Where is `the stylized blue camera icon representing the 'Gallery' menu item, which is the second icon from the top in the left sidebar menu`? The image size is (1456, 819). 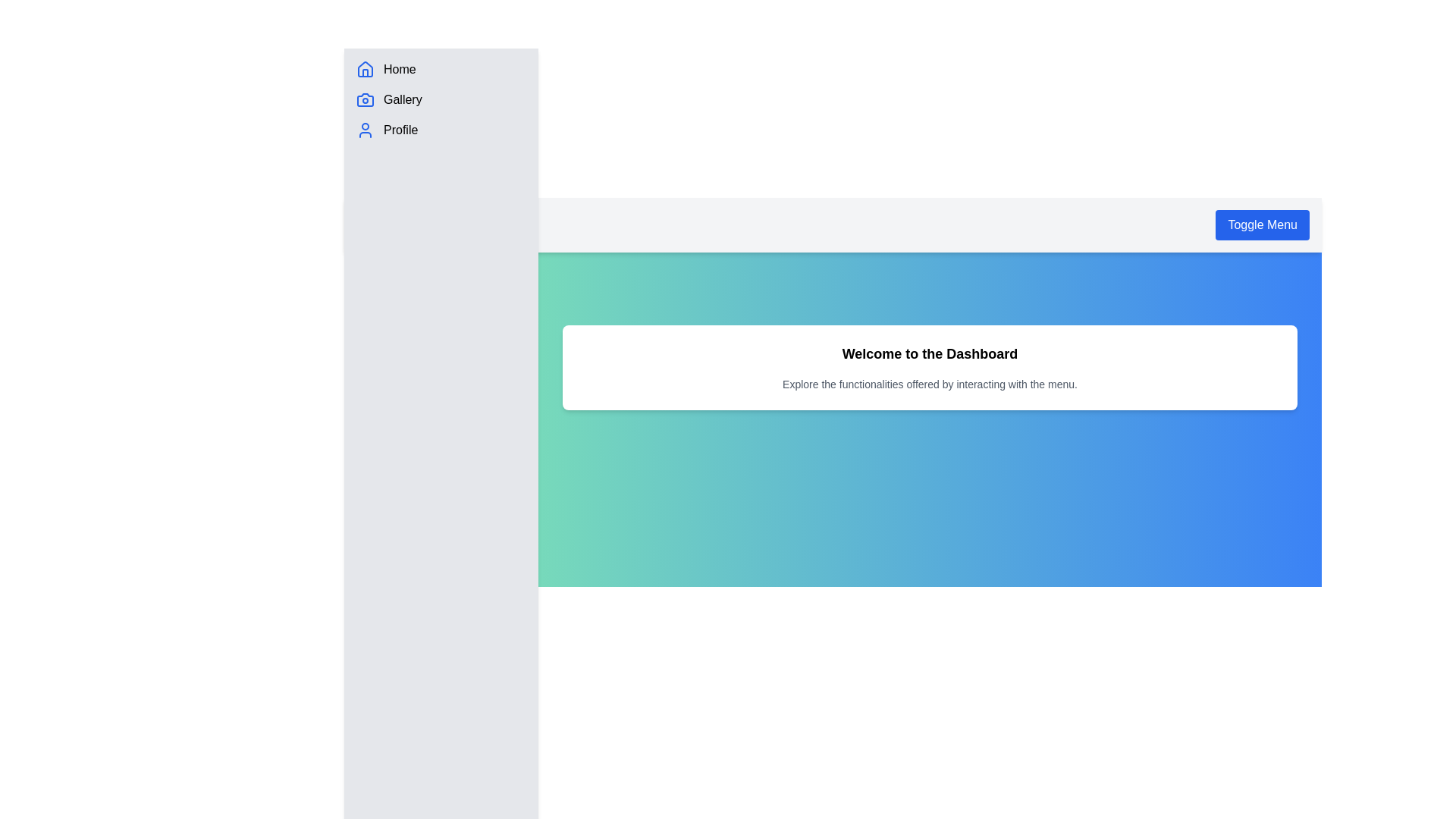 the stylized blue camera icon representing the 'Gallery' menu item, which is the second icon from the top in the left sidebar menu is located at coordinates (365, 99).